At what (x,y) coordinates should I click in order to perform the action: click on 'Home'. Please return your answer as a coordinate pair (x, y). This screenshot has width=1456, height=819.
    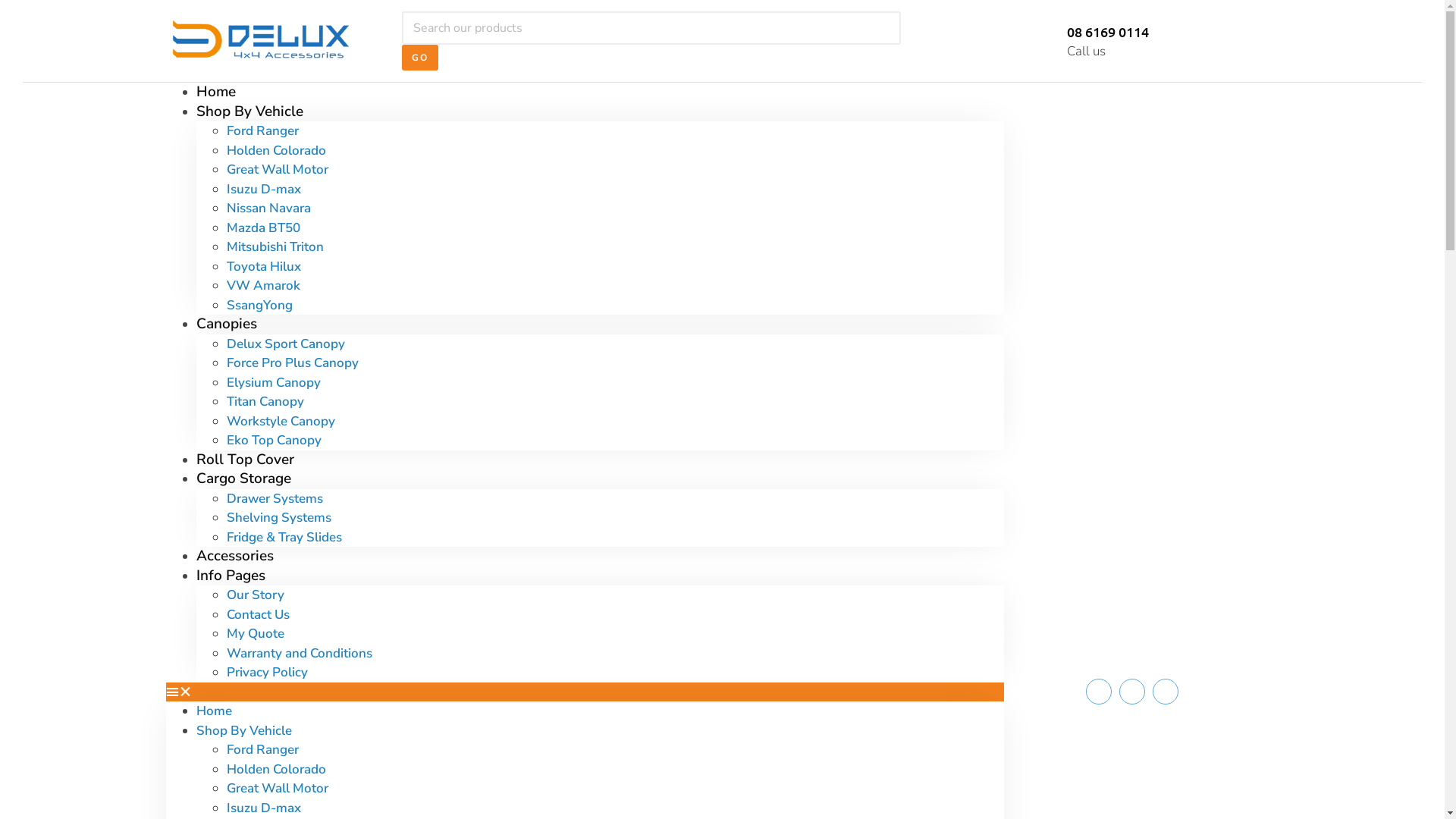
    Looking at the image, I should click on (195, 91).